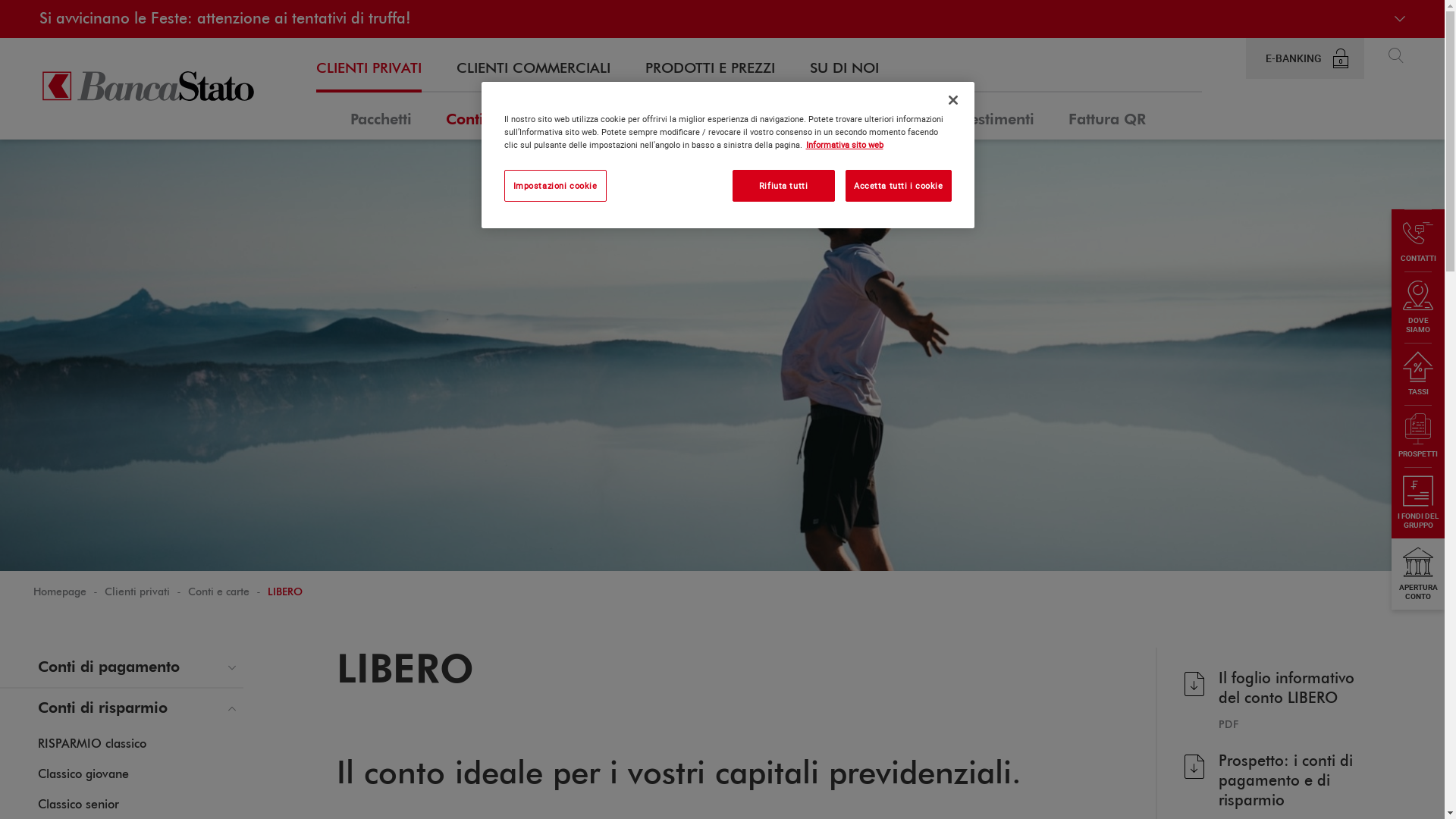  What do you see at coordinates (1391, 435) in the screenshot?
I see `'PROSPETTI'` at bounding box center [1391, 435].